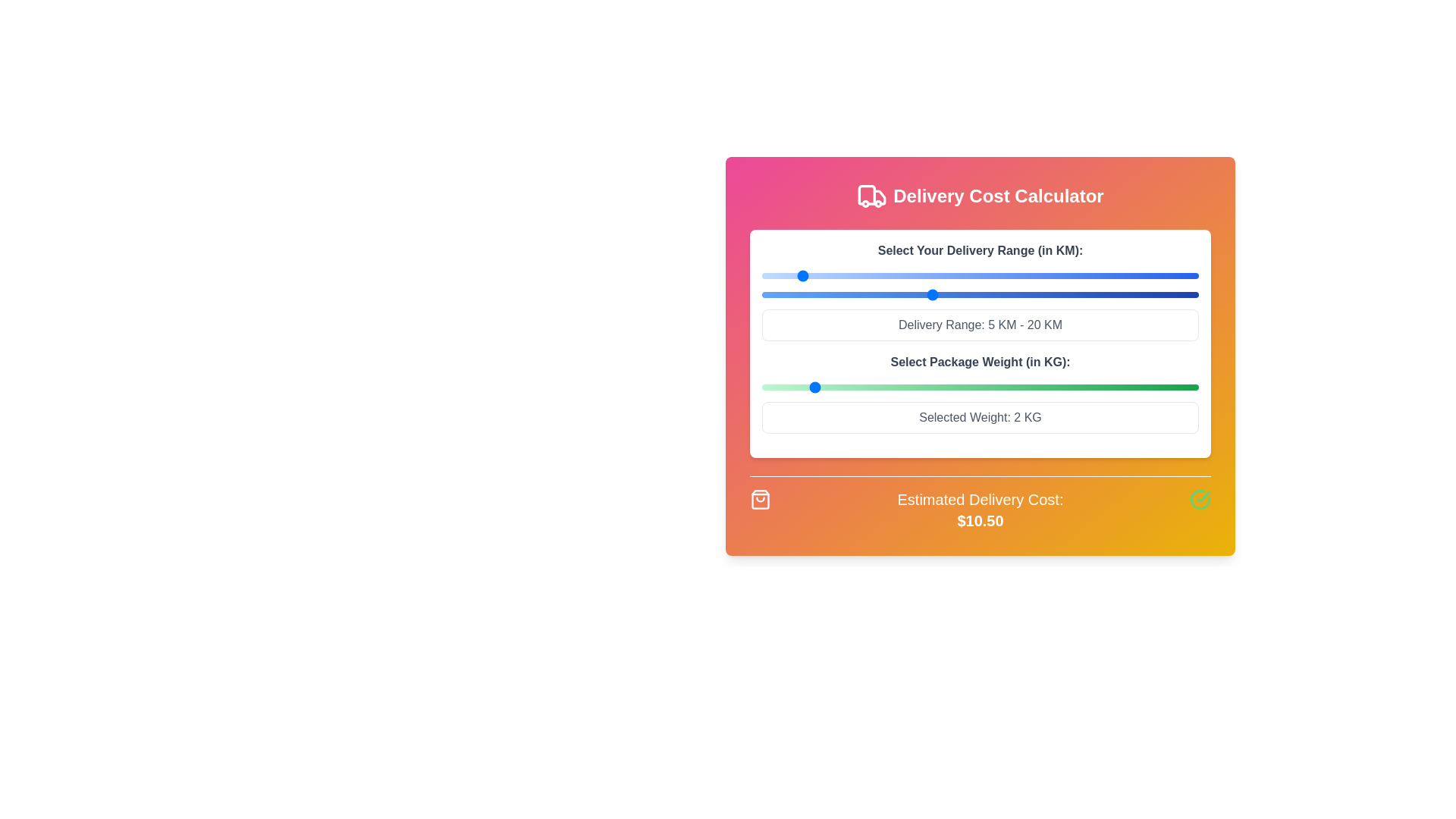  What do you see at coordinates (1004, 386) in the screenshot?
I see `the package weight` at bounding box center [1004, 386].